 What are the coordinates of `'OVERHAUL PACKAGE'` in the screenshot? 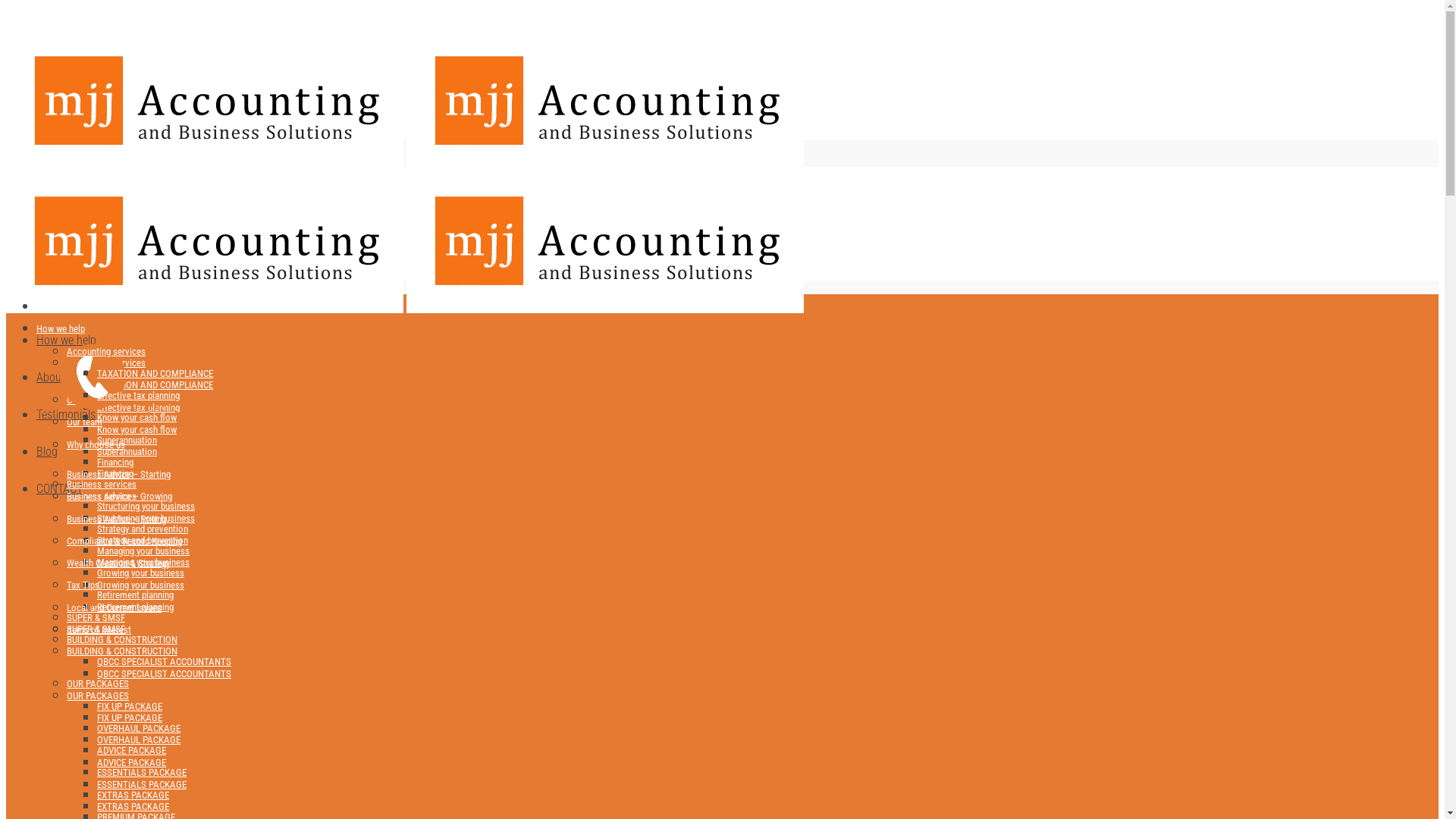 It's located at (138, 727).